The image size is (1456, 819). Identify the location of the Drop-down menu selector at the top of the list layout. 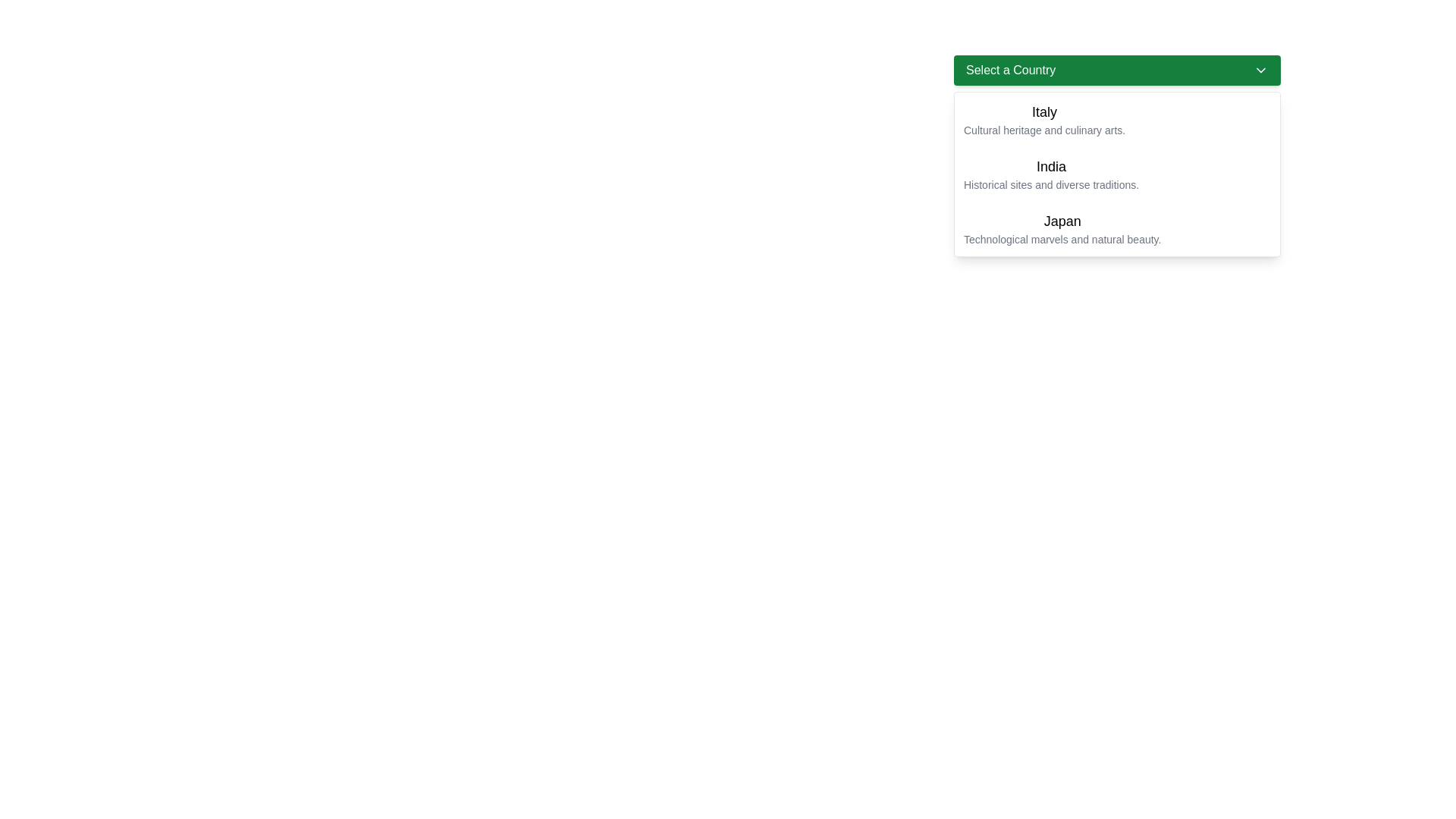
(1117, 84).